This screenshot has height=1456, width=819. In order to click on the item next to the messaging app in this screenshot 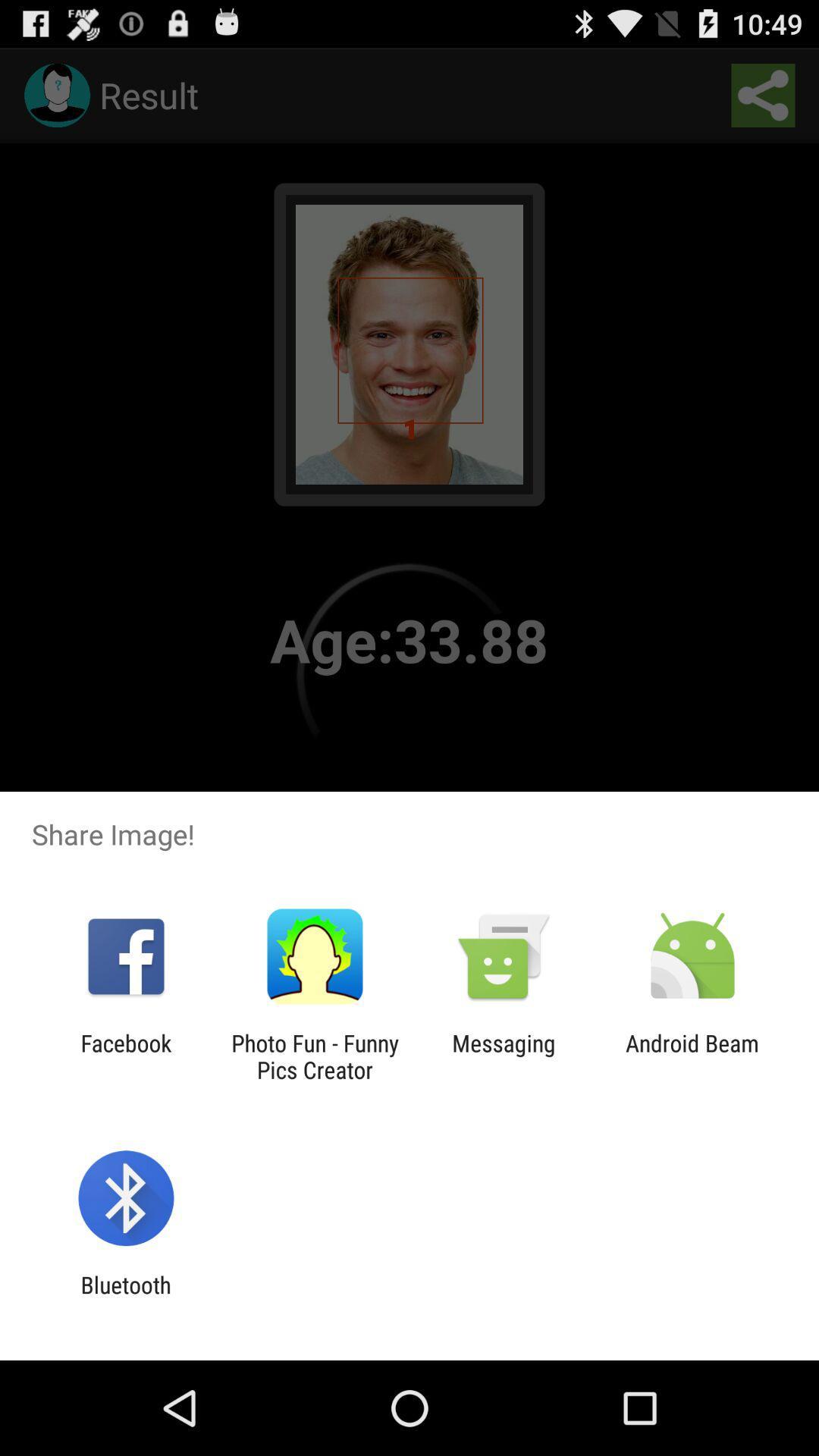, I will do `click(314, 1056)`.